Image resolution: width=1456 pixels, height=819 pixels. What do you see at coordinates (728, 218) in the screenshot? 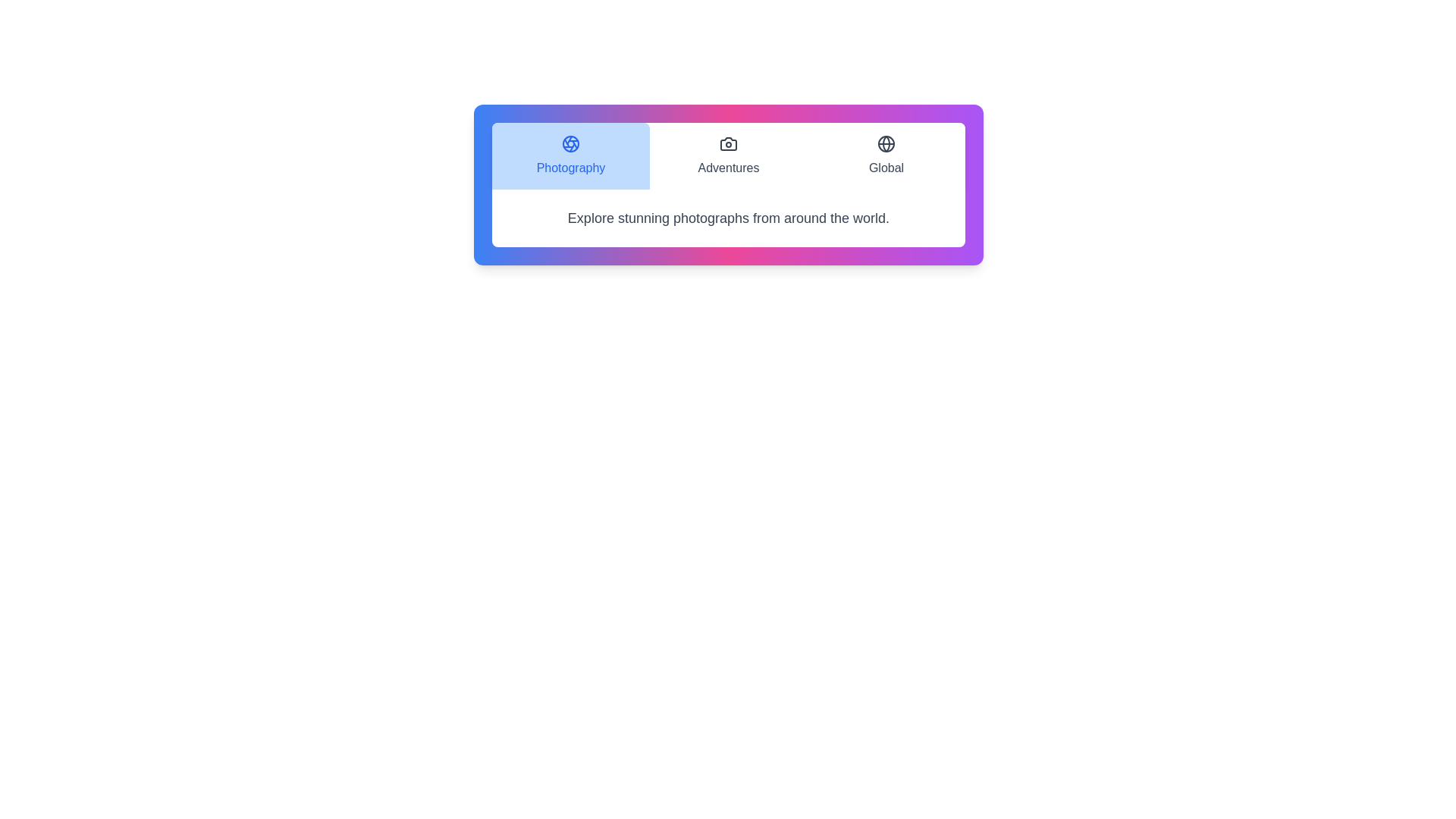
I see `the descriptive tagline text located at the bottom of the section containing the icons for 'Photography,' 'Adventures,' and 'Global.'` at bounding box center [728, 218].